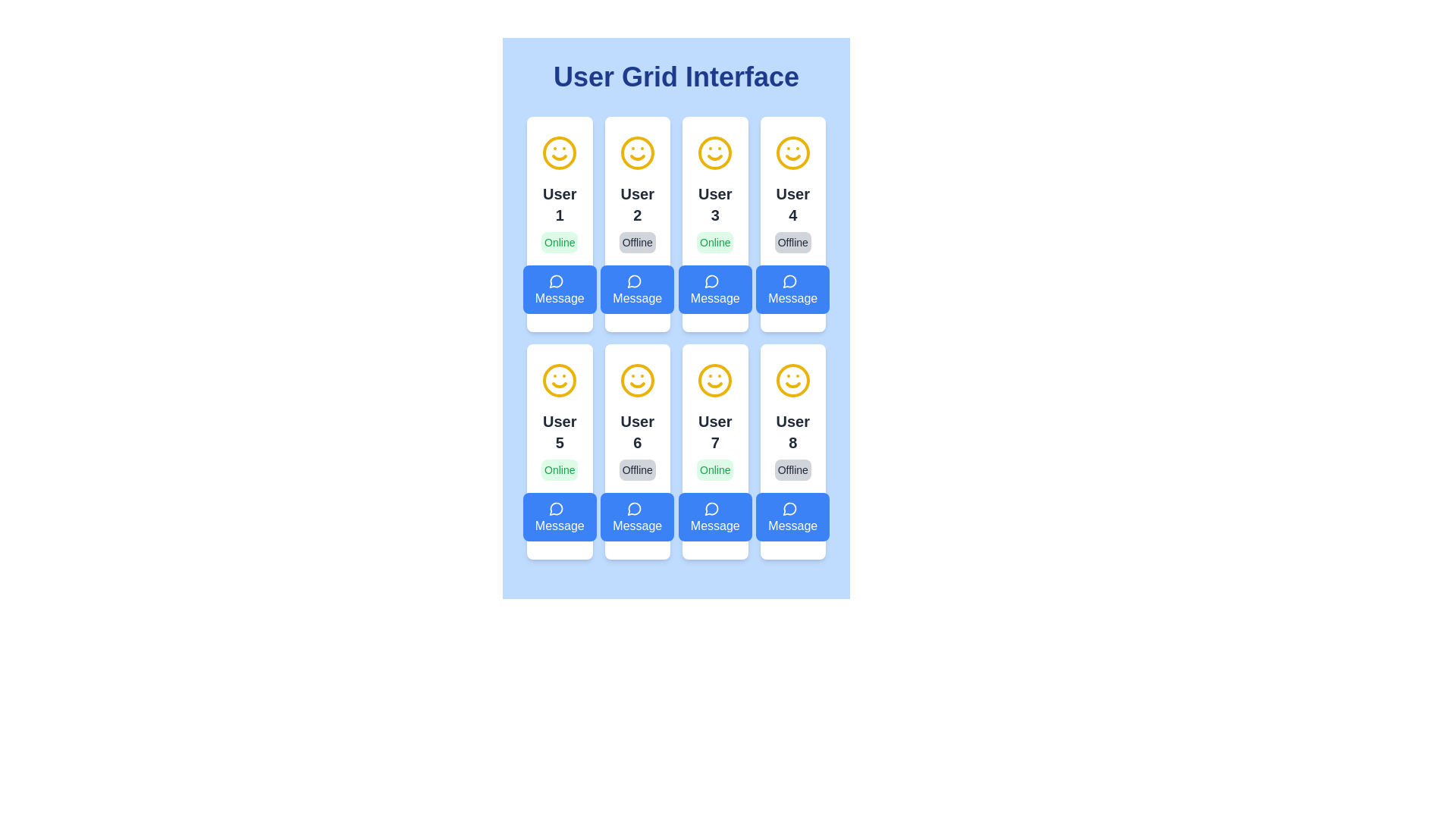 This screenshot has height=819, width=1456. Describe the element at coordinates (789, 508) in the screenshot. I see `the messaging icon located within the 'Message' button in the fourth column of the second row of the grid layout` at that location.